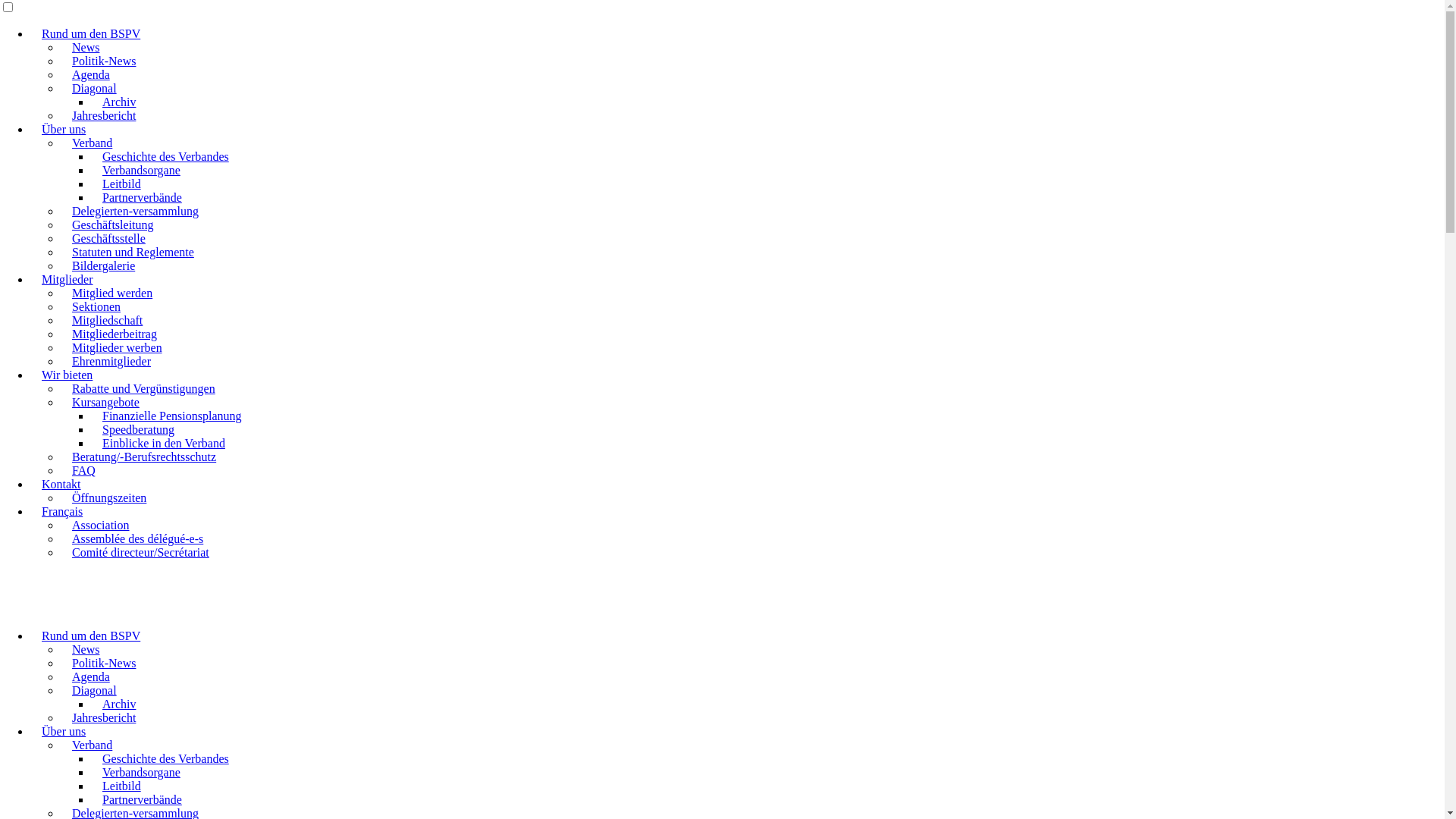 The width and height of the screenshot is (1456, 819). I want to click on 'Speedberatung', so click(138, 429).